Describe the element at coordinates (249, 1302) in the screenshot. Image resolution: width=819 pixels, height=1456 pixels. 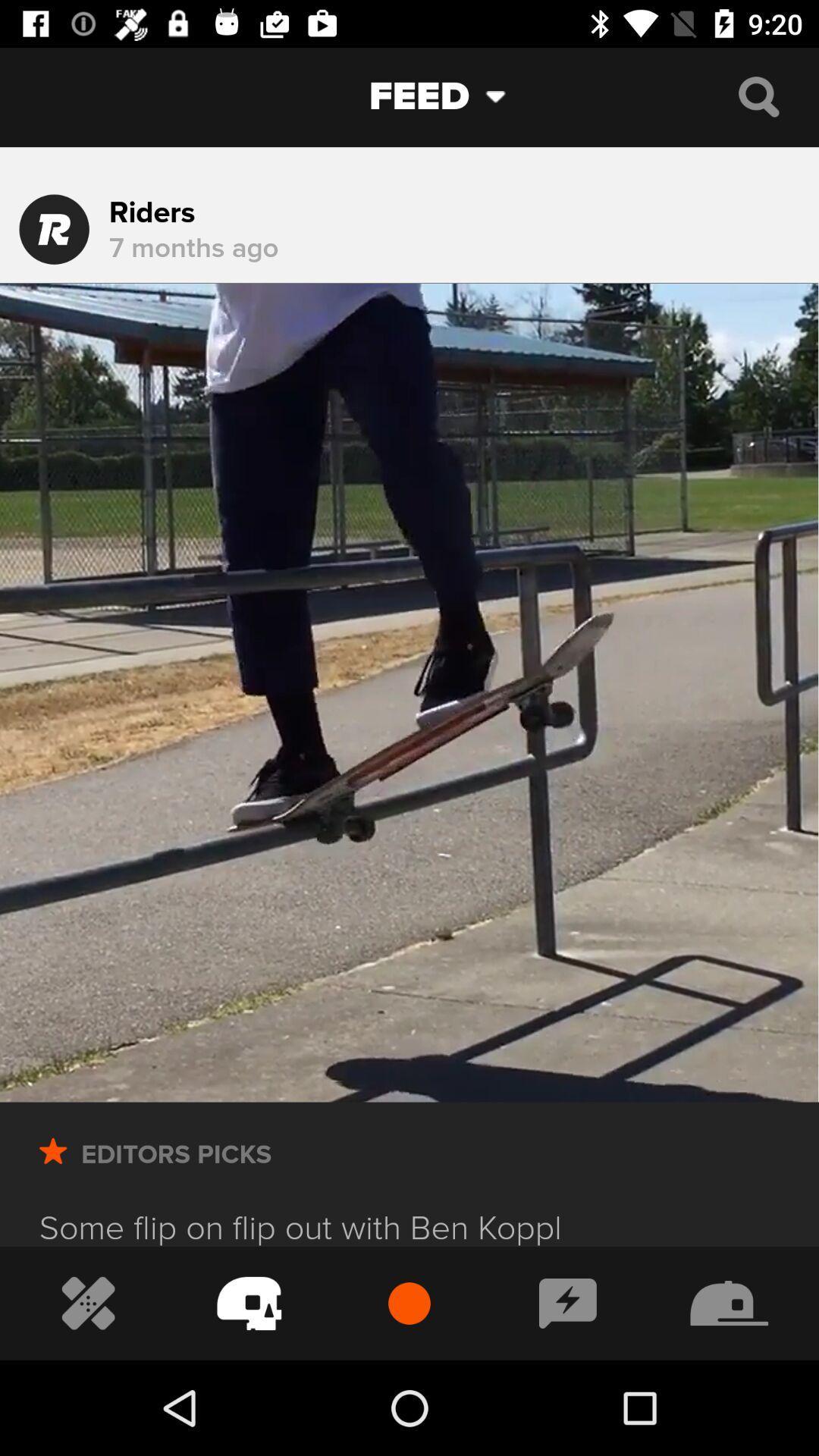
I see `show cart` at that location.